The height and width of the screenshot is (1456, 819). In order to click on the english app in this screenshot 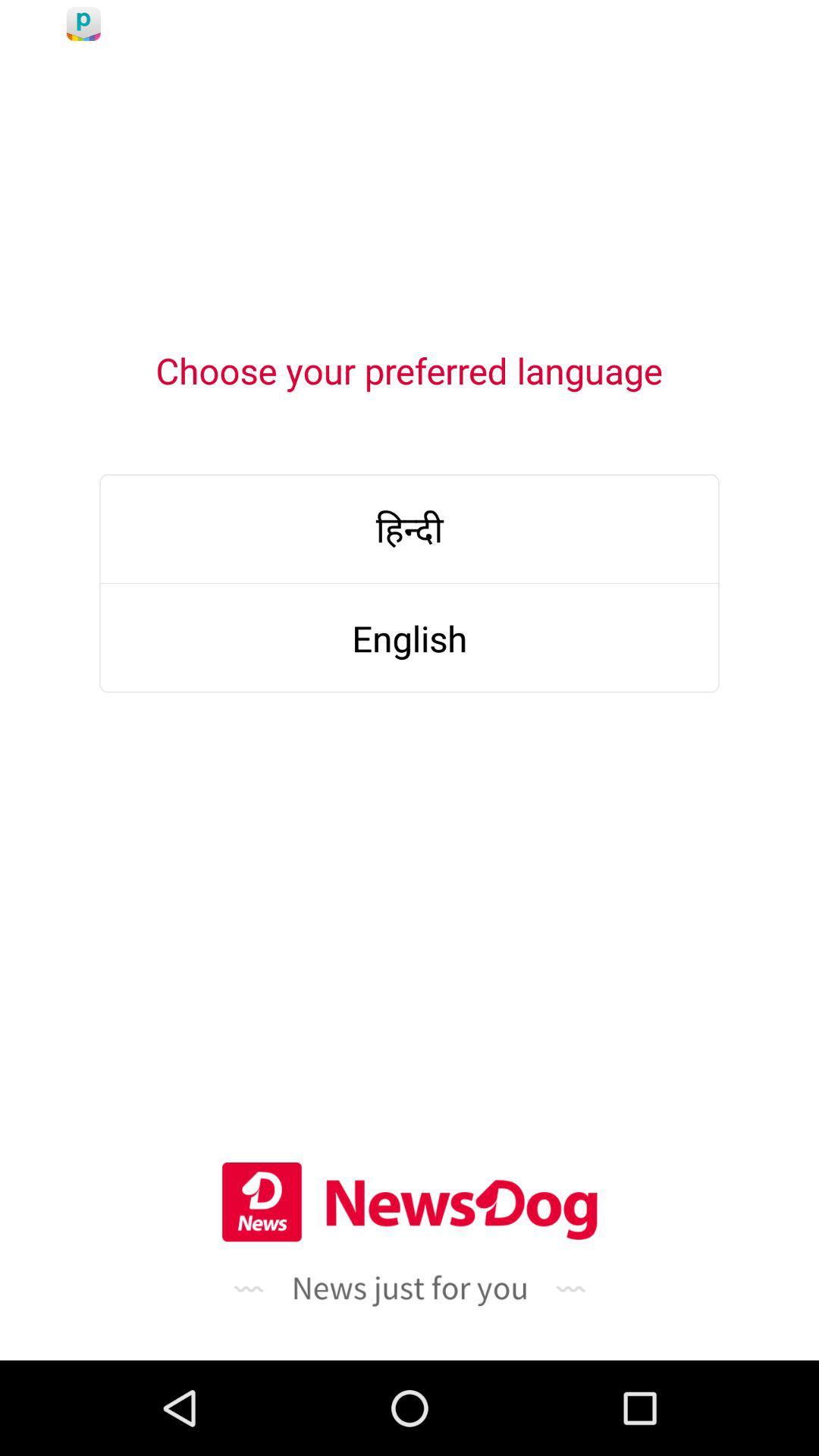, I will do `click(409, 638)`.